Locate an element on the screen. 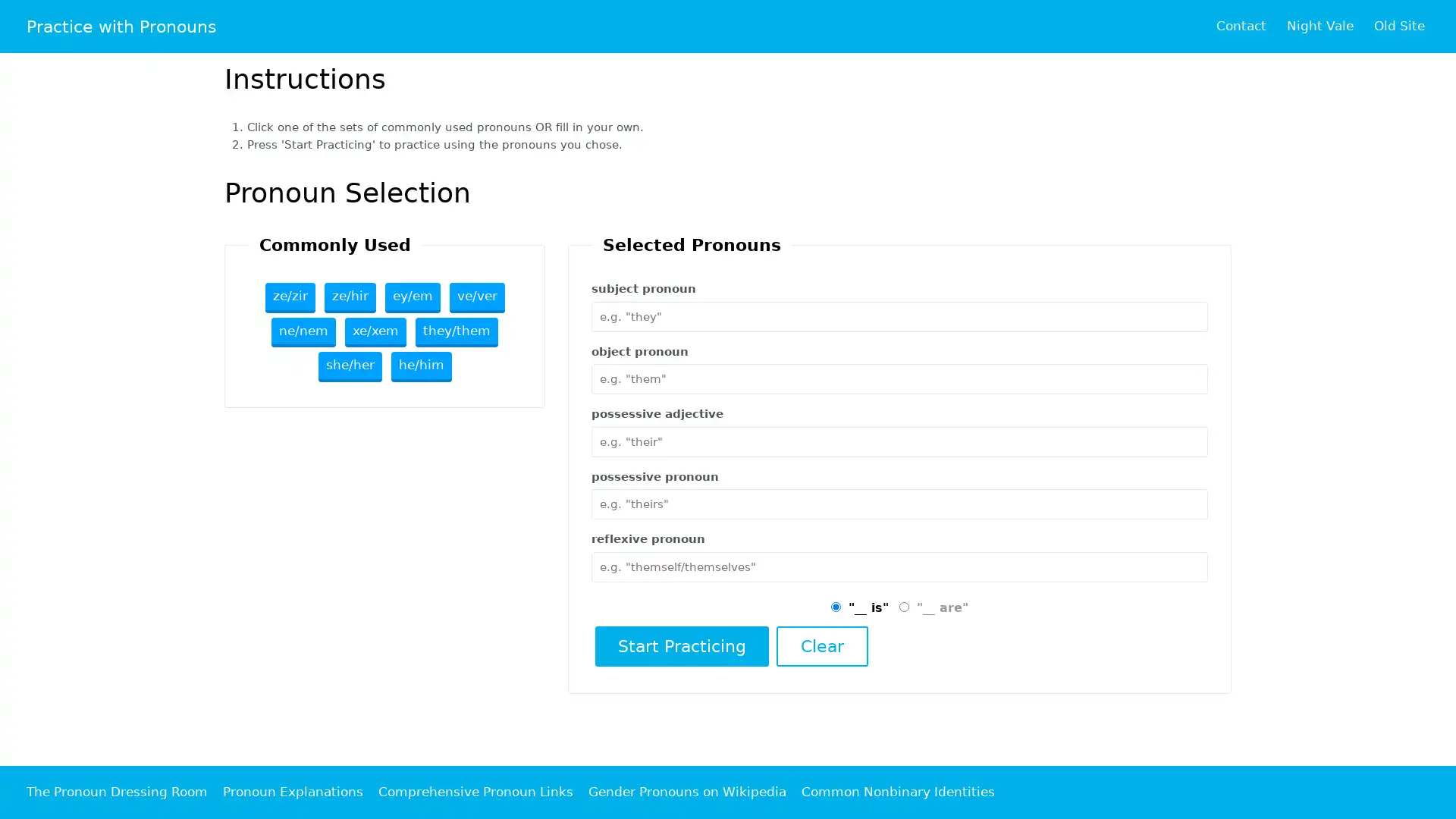 The width and height of the screenshot is (1456, 819). she/her is located at coordinates (348, 366).